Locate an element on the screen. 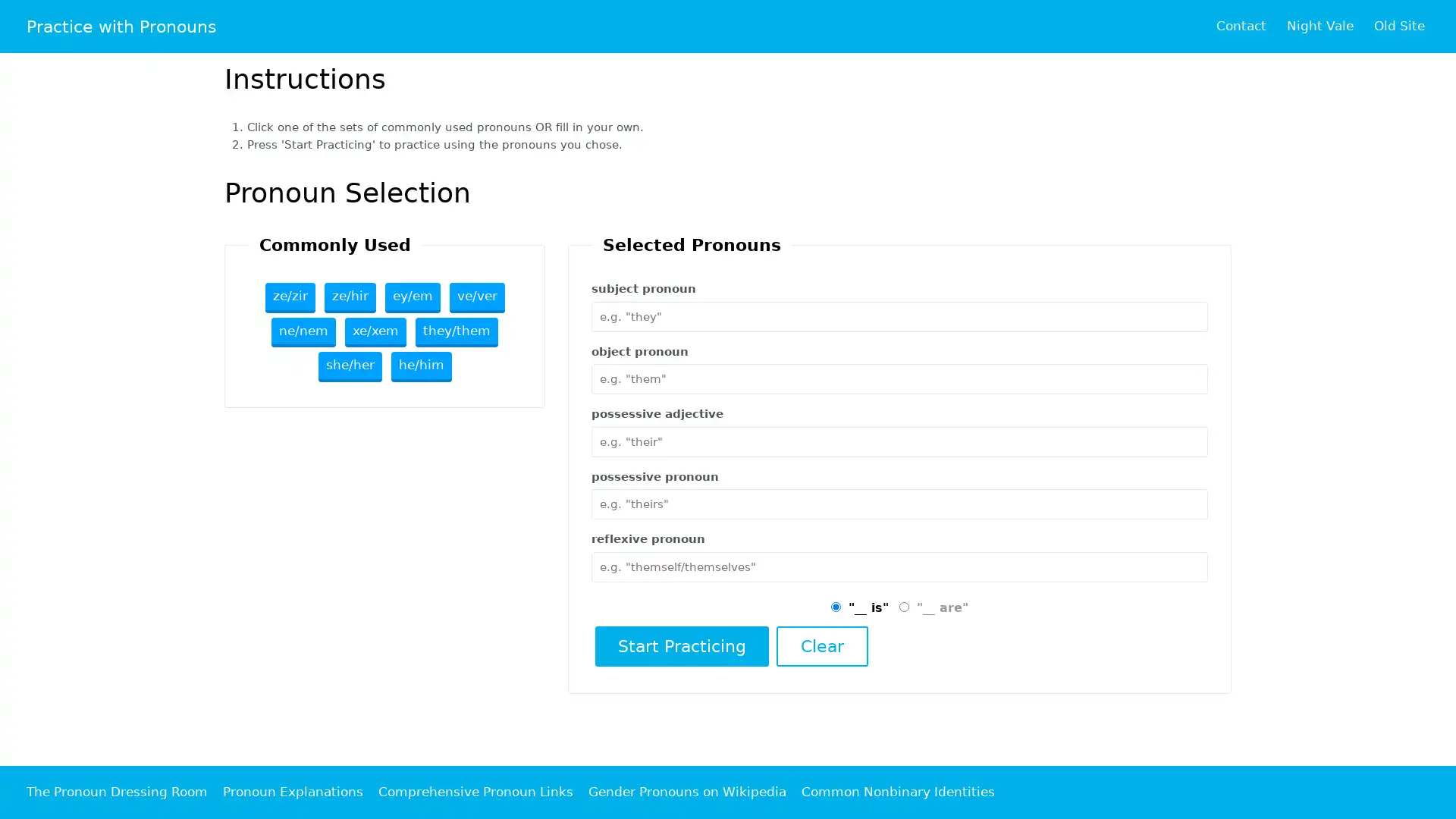 The width and height of the screenshot is (1456, 819). she/her is located at coordinates (348, 366).